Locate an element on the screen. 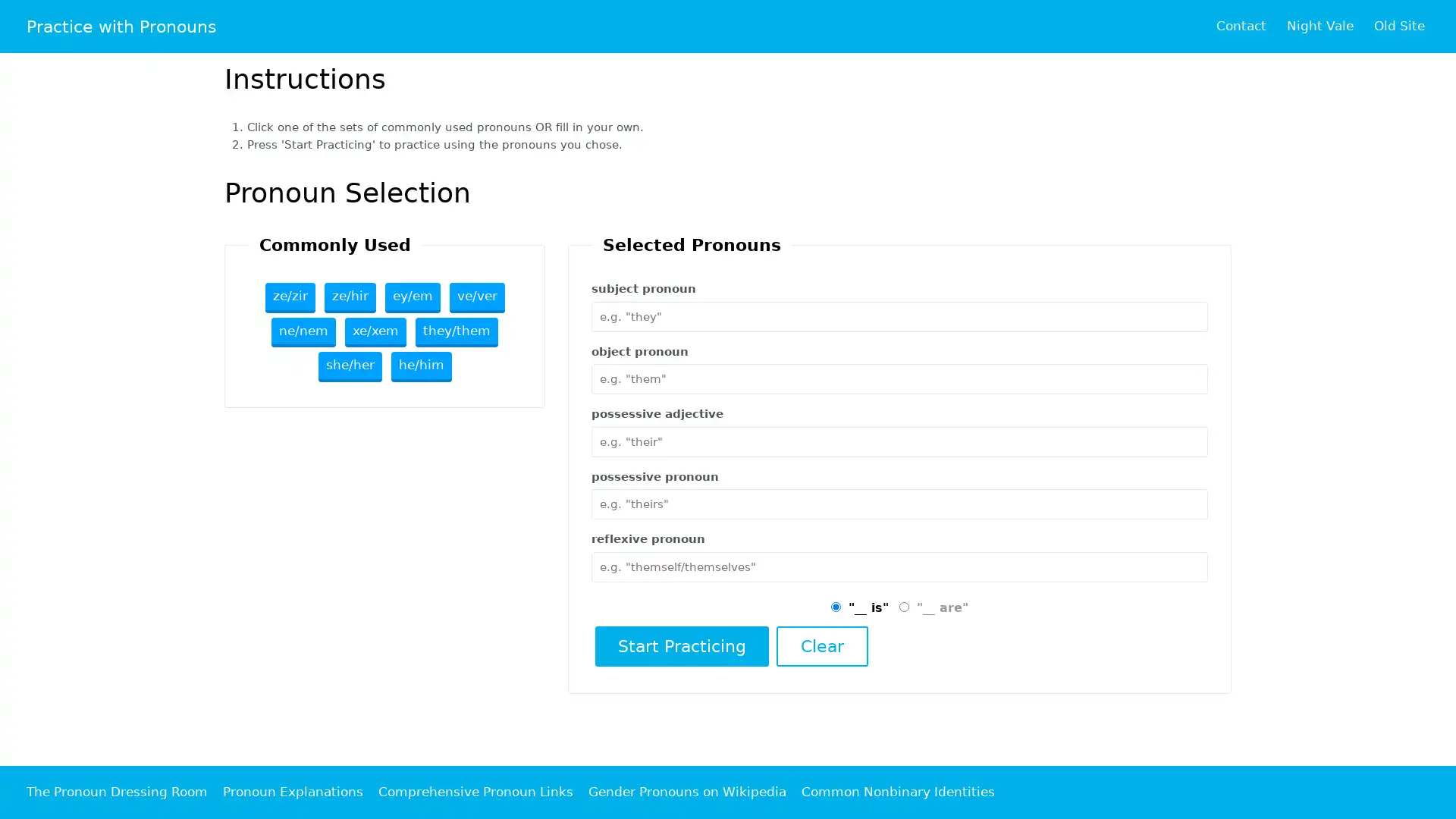 The width and height of the screenshot is (1456, 819). she/her is located at coordinates (348, 366).